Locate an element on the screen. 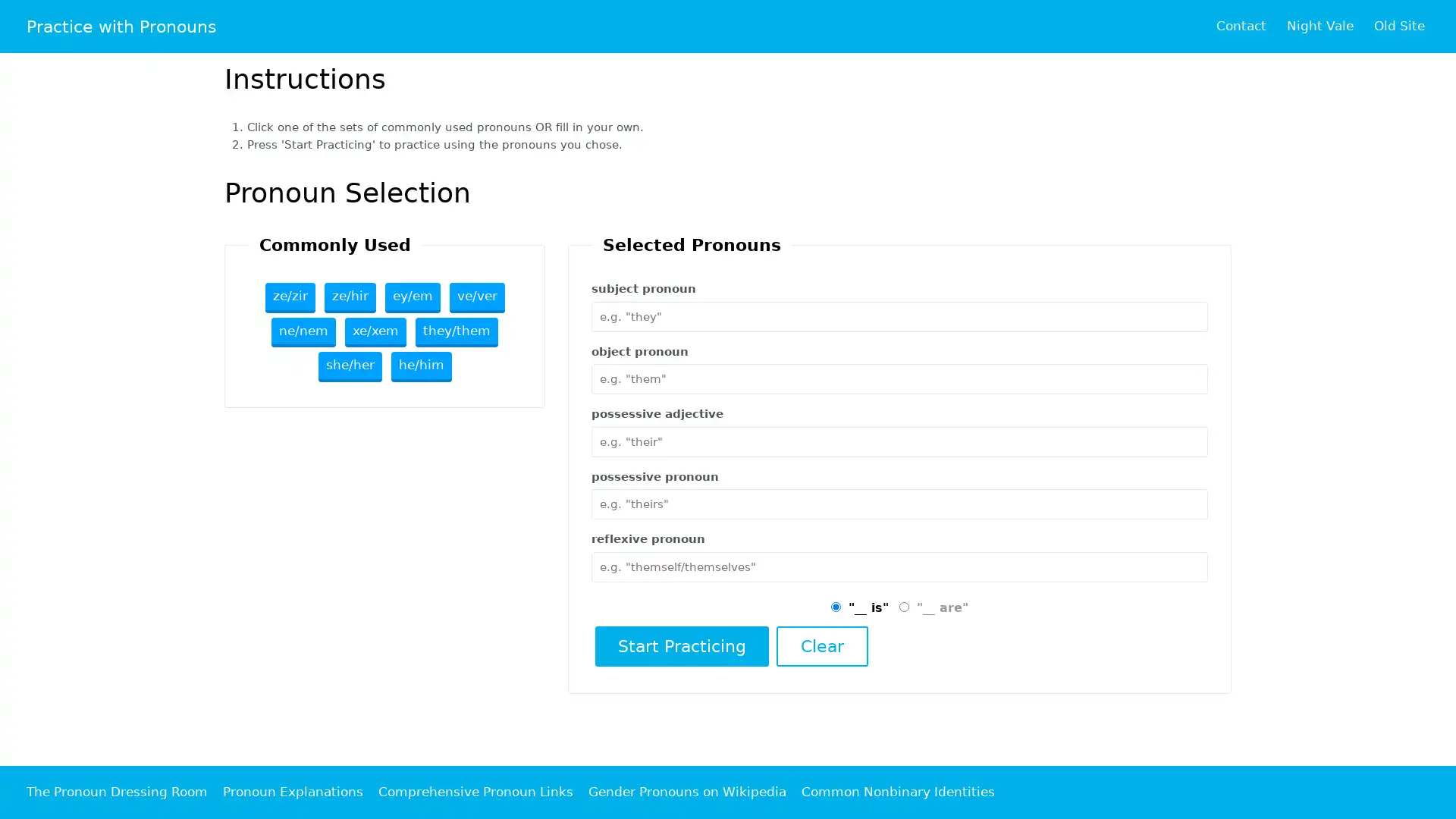 The width and height of the screenshot is (1456, 819). she/her is located at coordinates (348, 366).